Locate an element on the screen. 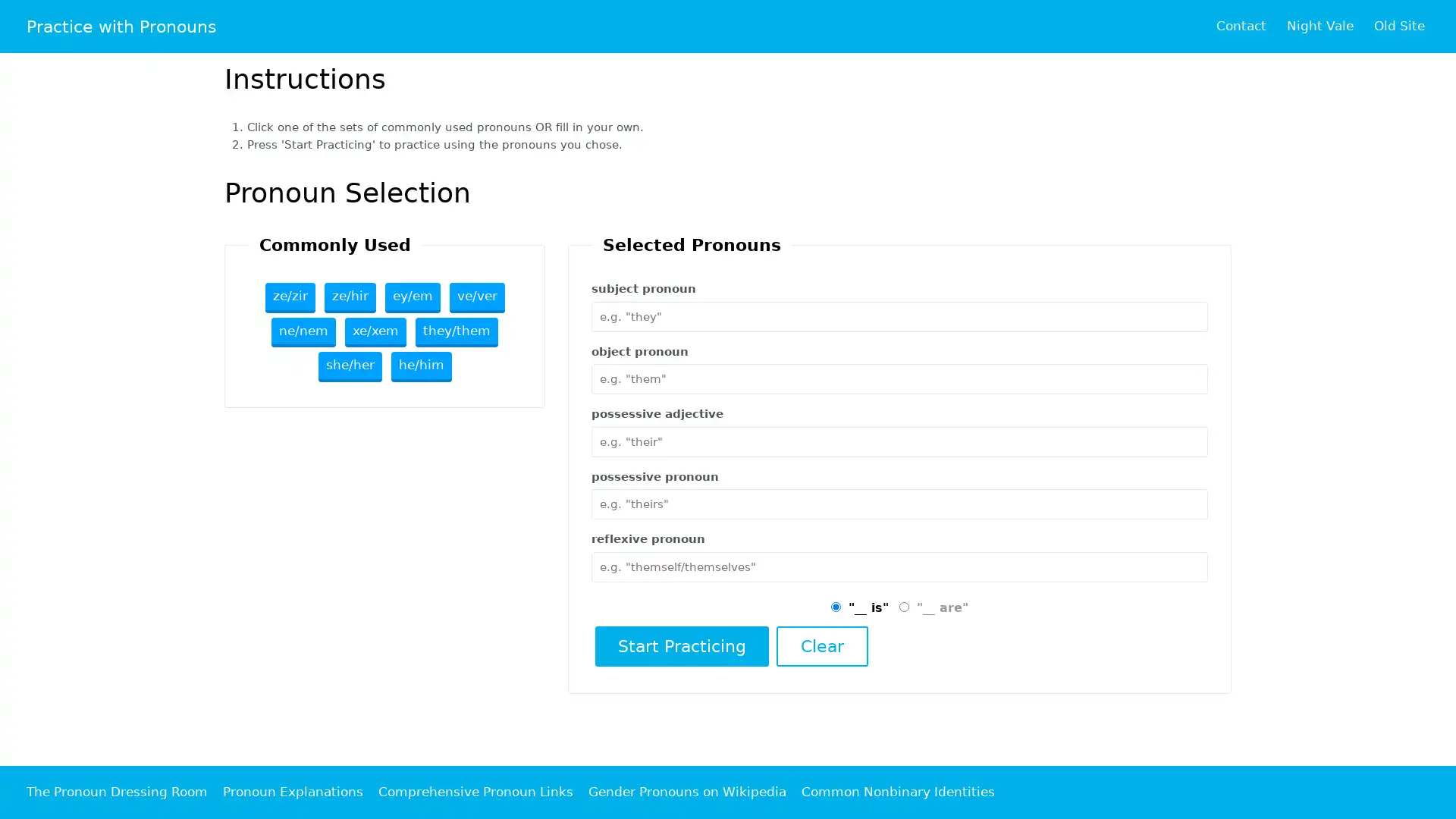 The width and height of the screenshot is (1456, 819). she/her is located at coordinates (348, 366).